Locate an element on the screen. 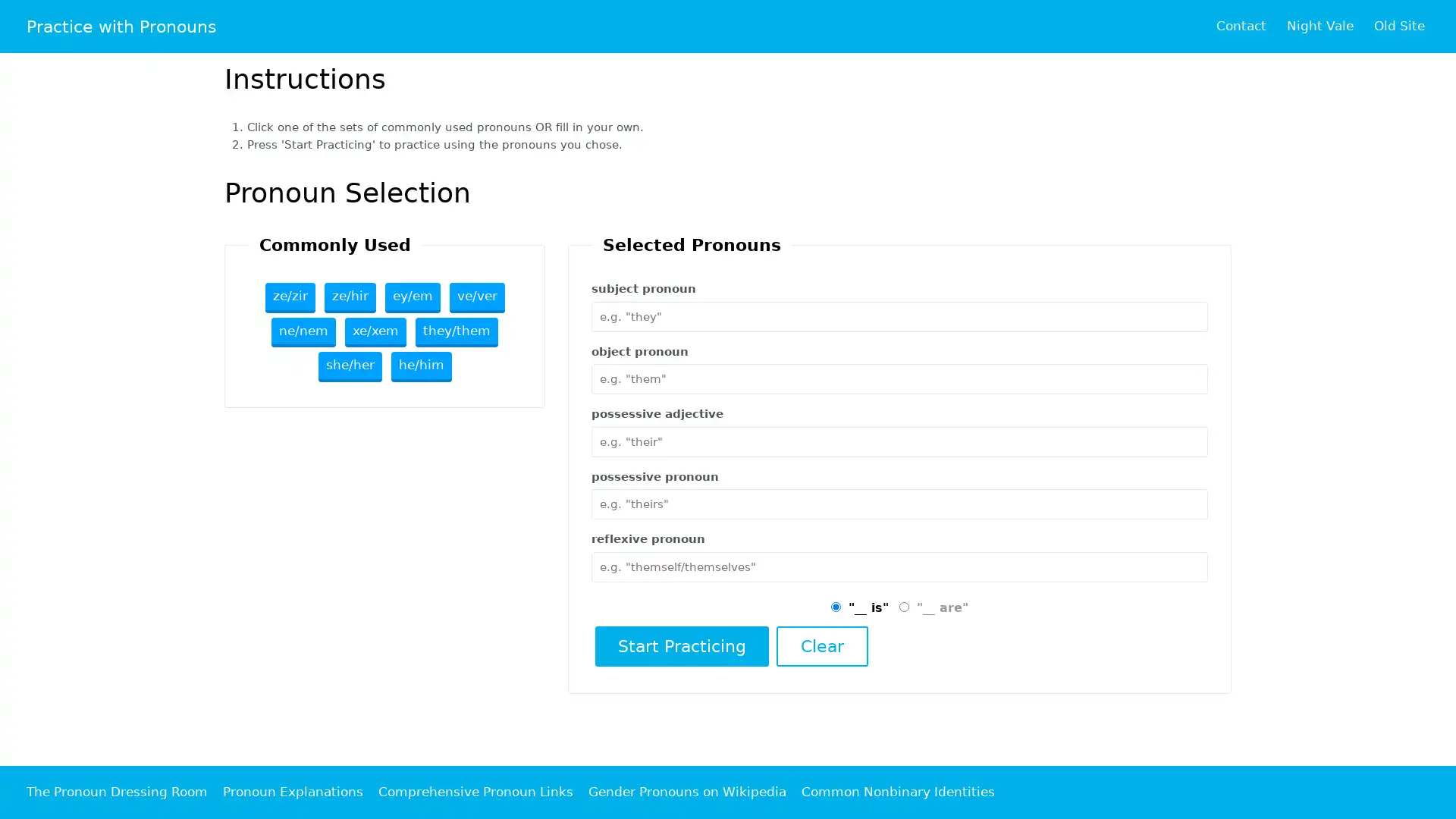 The width and height of the screenshot is (1456, 819). she/her is located at coordinates (348, 366).